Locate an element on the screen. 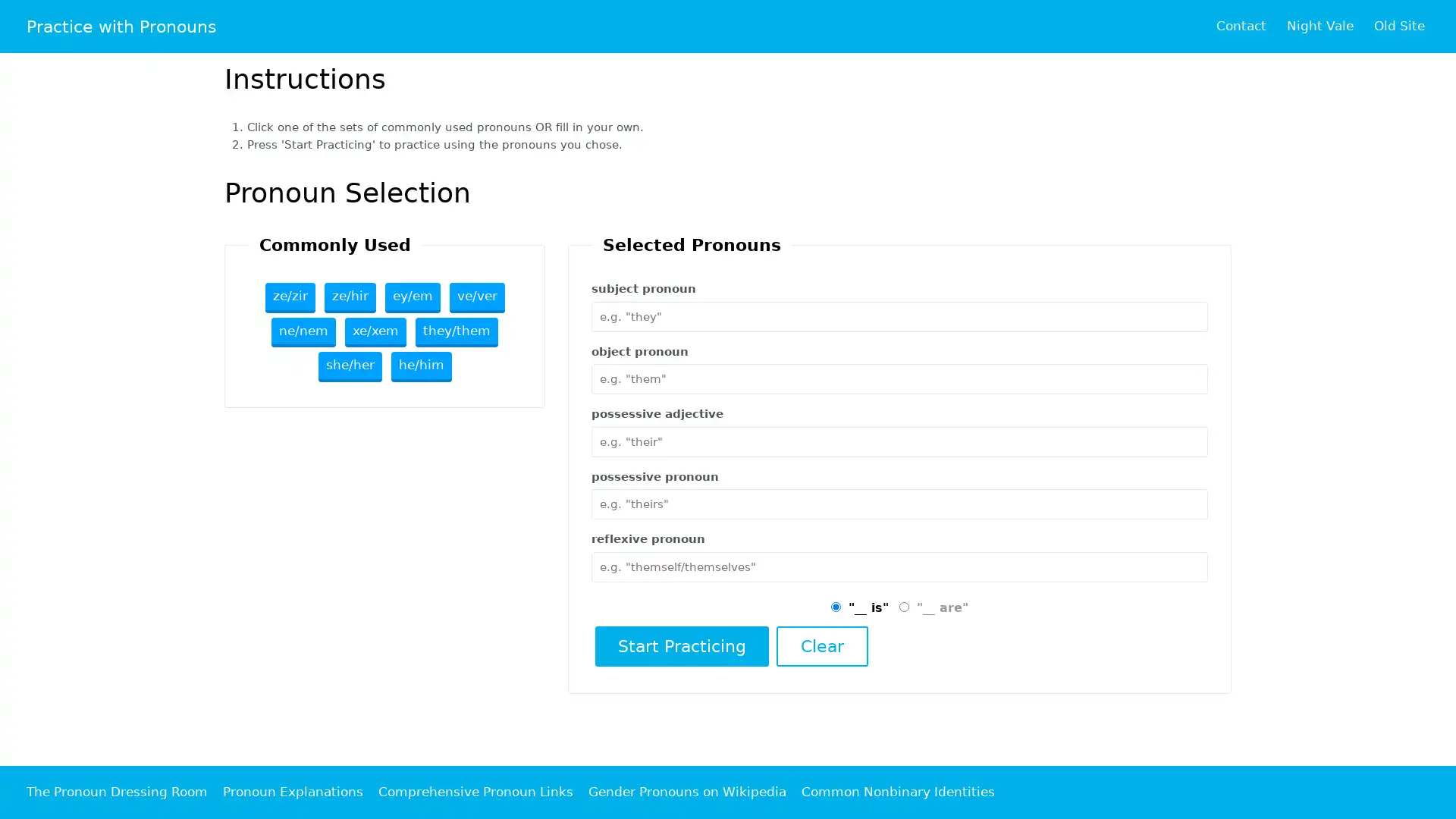 The width and height of the screenshot is (1456, 819). she/her is located at coordinates (348, 366).